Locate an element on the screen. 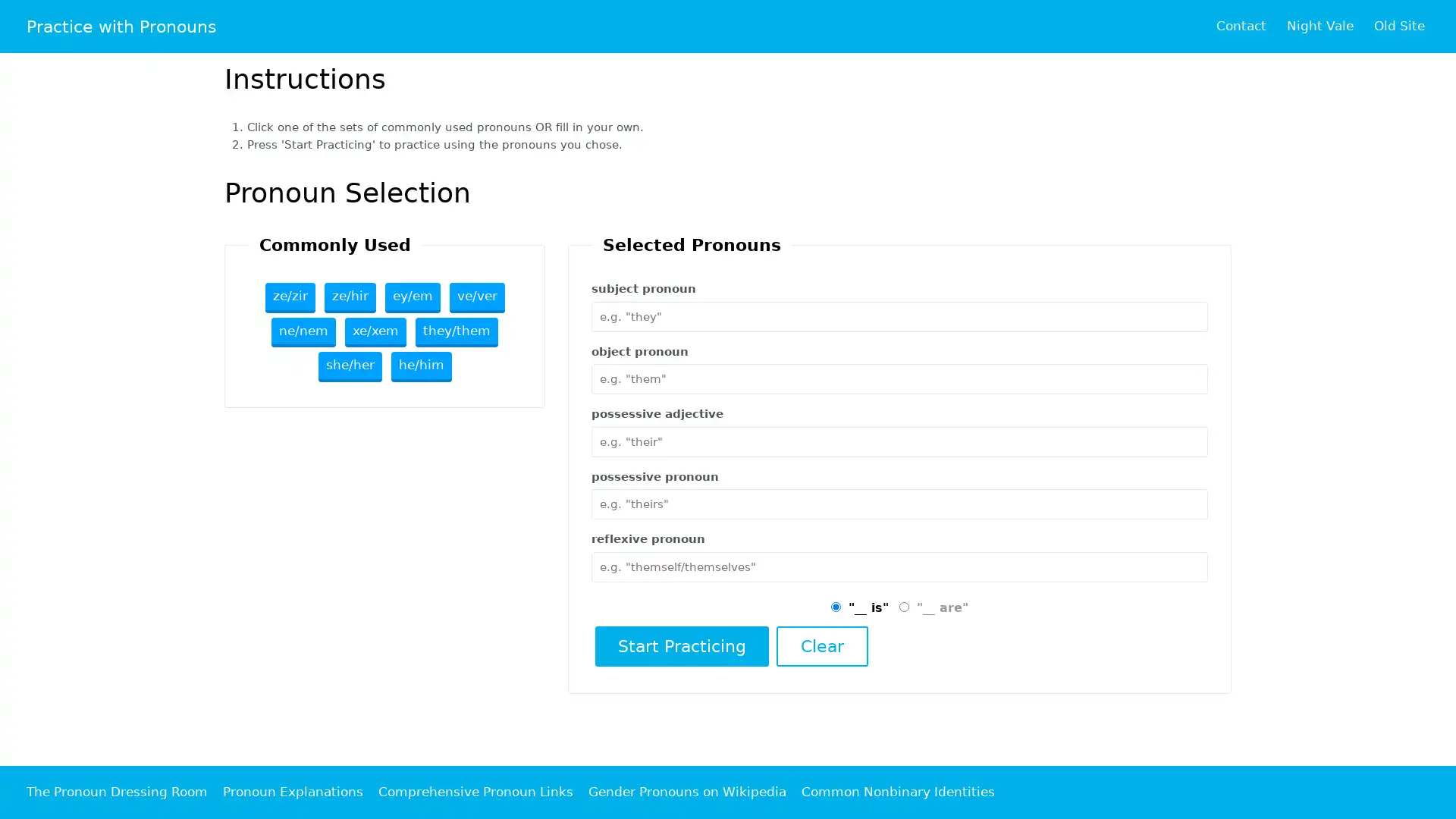 The width and height of the screenshot is (1456, 819). she/her is located at coordinates (348, 366).